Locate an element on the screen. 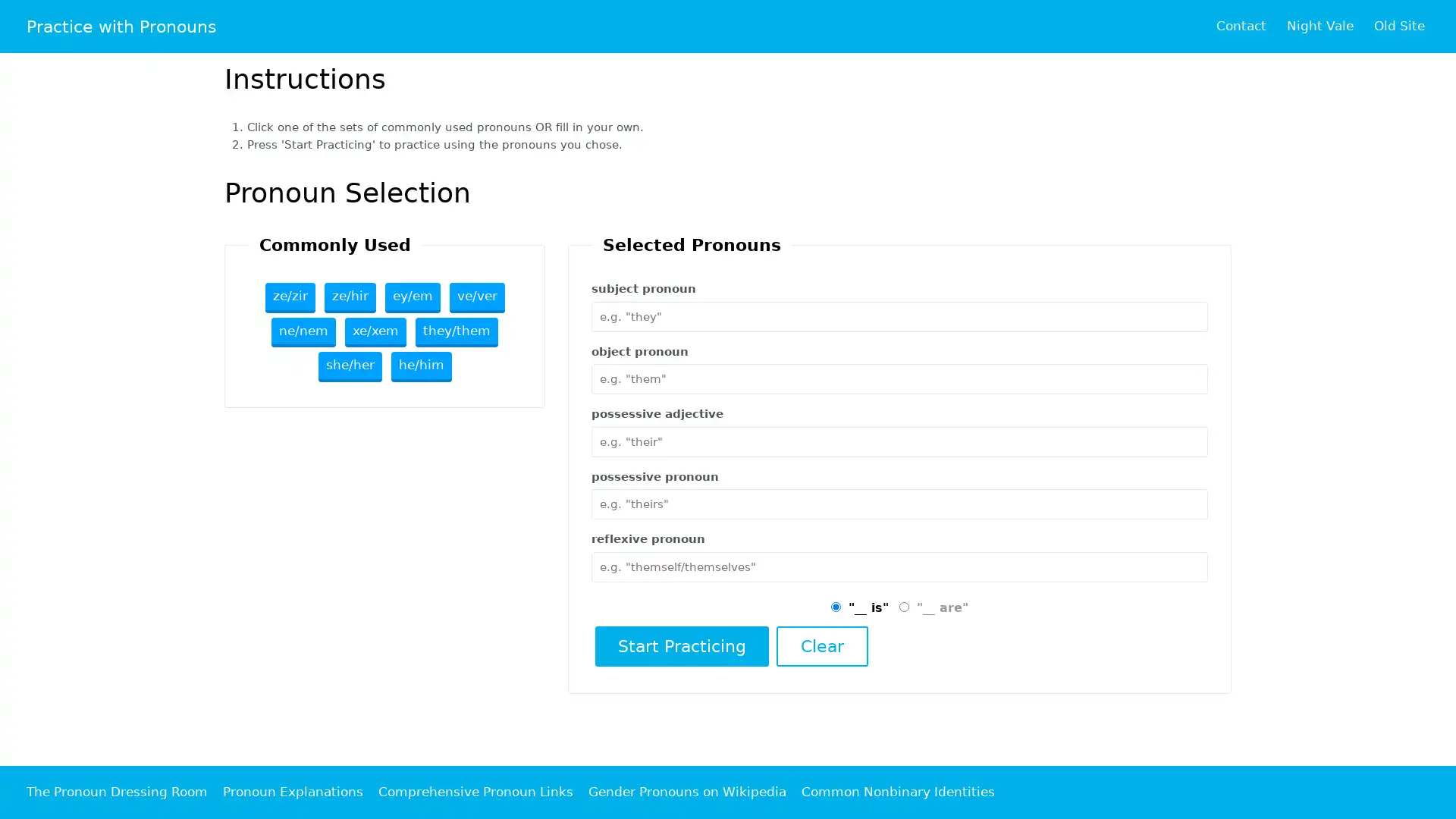 The width and height of the screenshot is (1456, 819). she/her is located at coordinates (348, 366).